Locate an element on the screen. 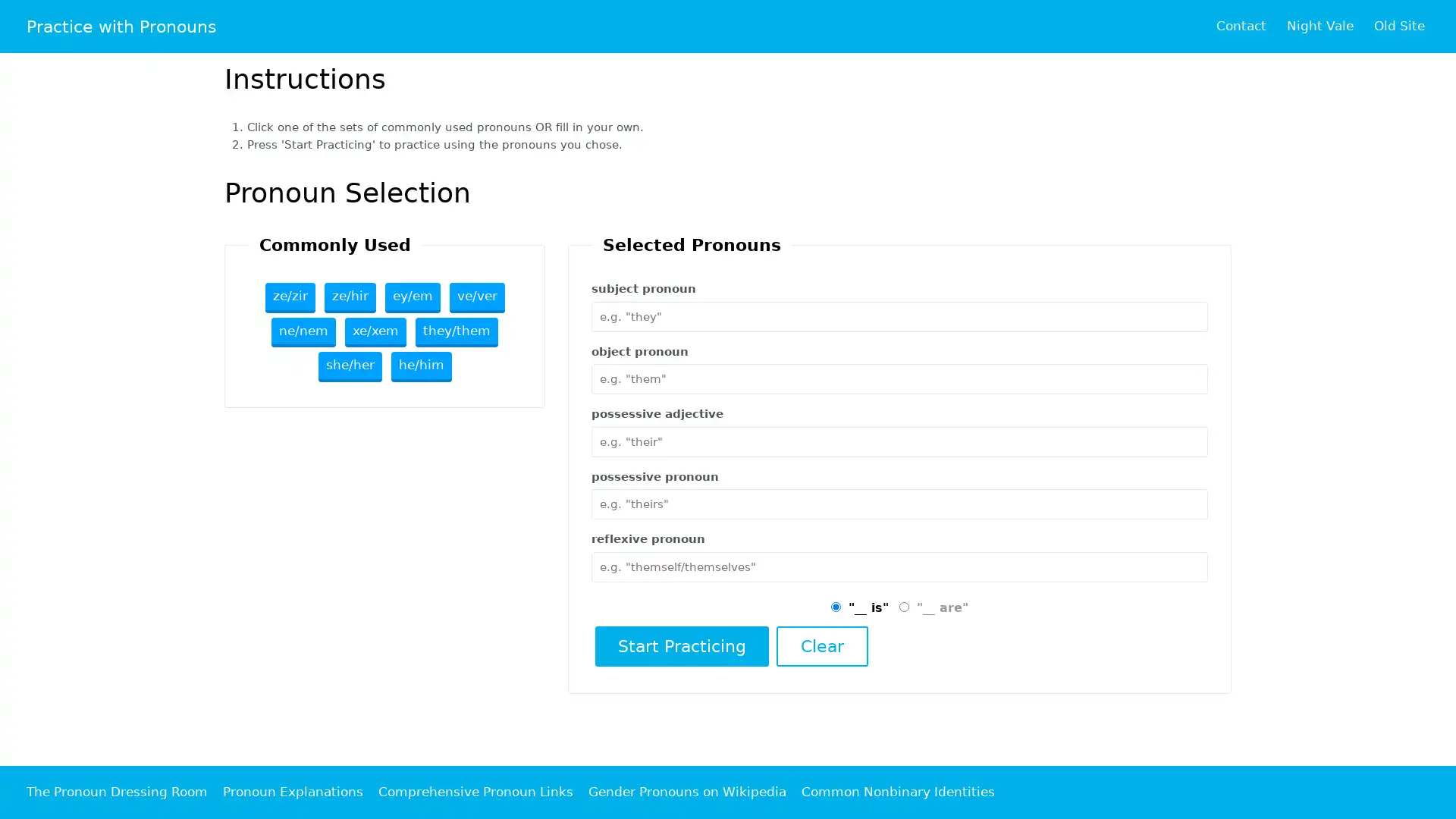 The width and height of the screenshot is (1456, 819). she/her is located at coordinates (348, 366).